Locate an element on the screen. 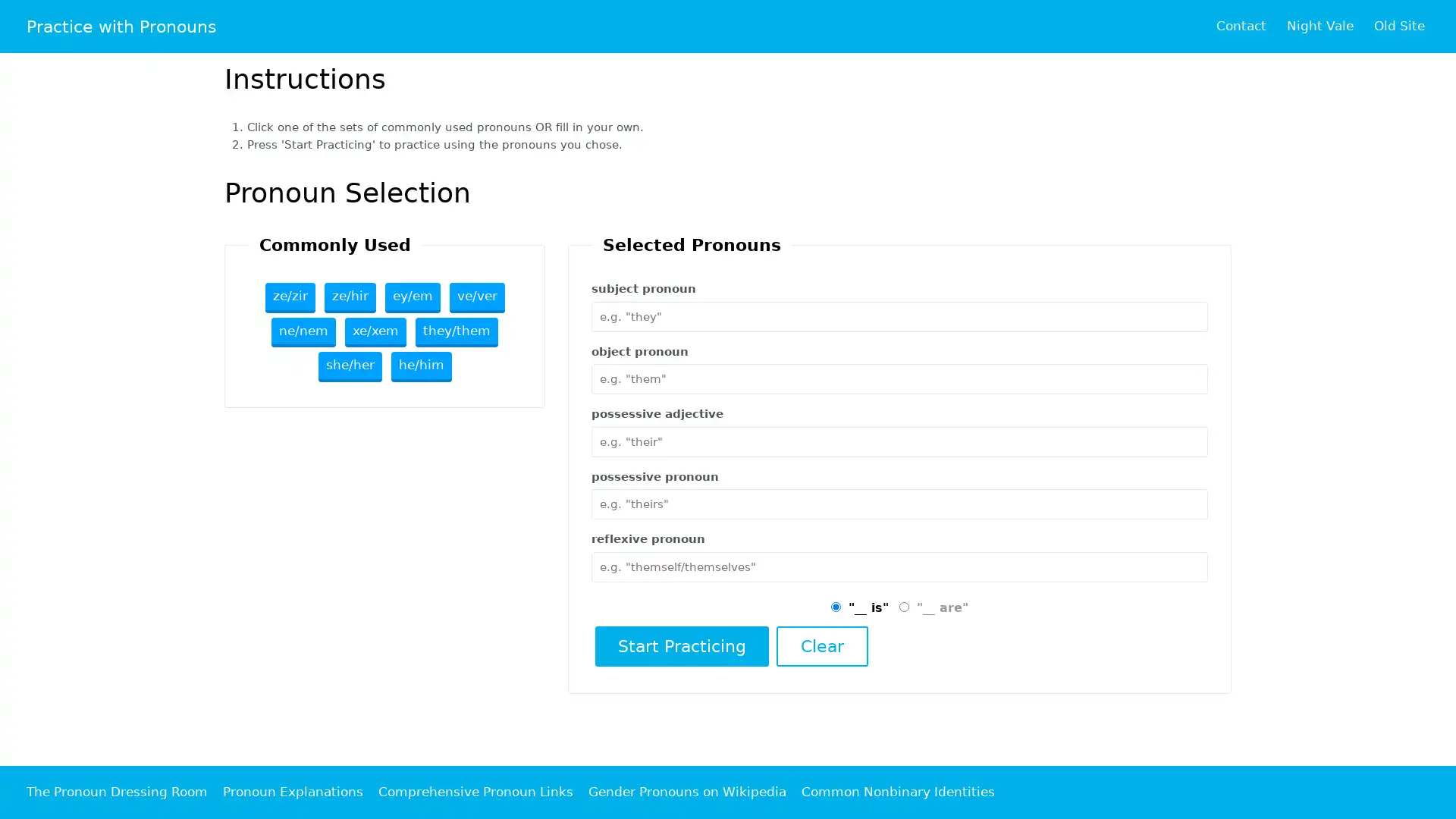 The width and height of the screenshot is (1456, 819). she/her is located at coordinates (348, 366).